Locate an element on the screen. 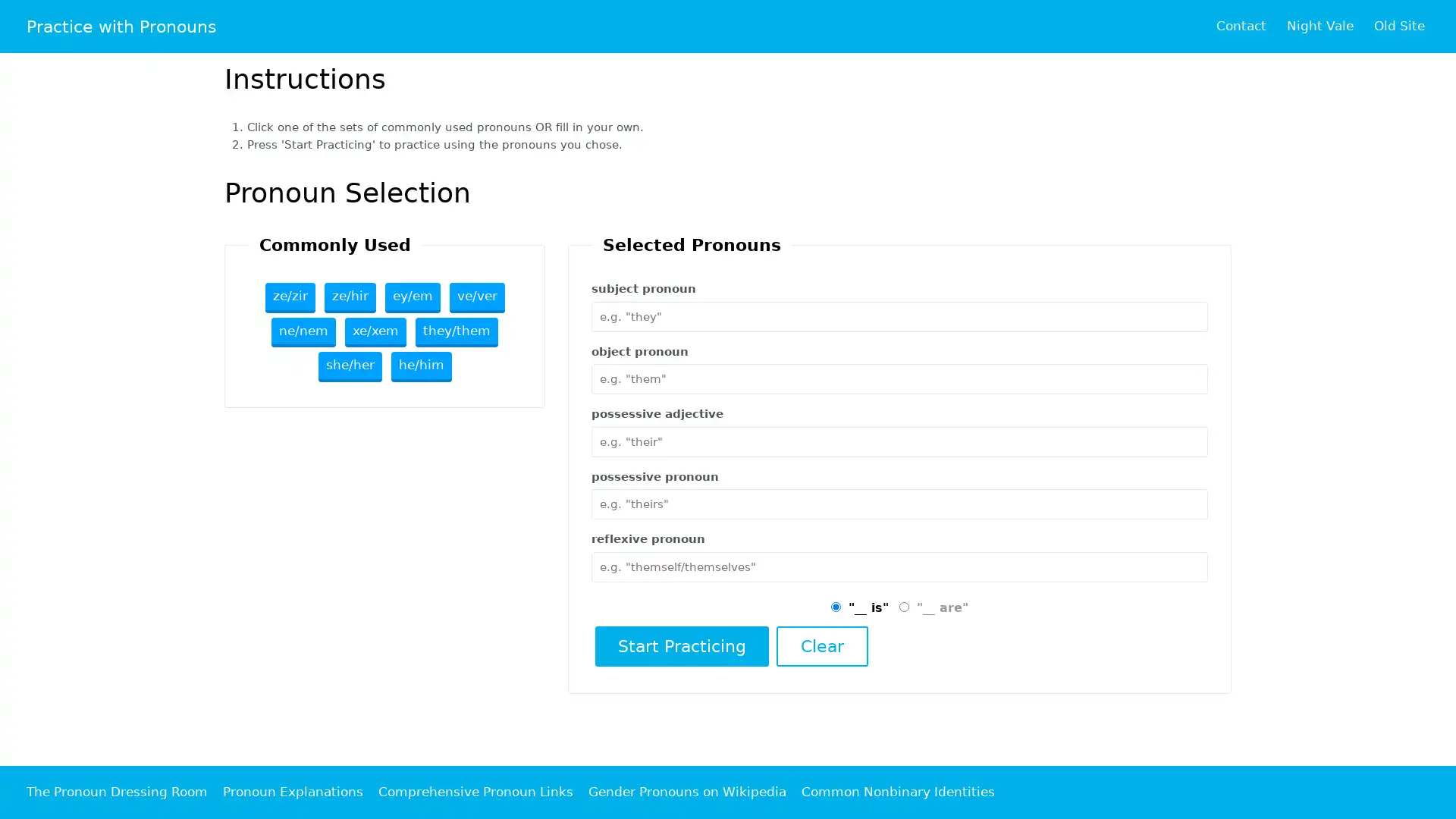 The width and height of the screenshot is (1456, 819). she/her is located at coordinates (348, 366).